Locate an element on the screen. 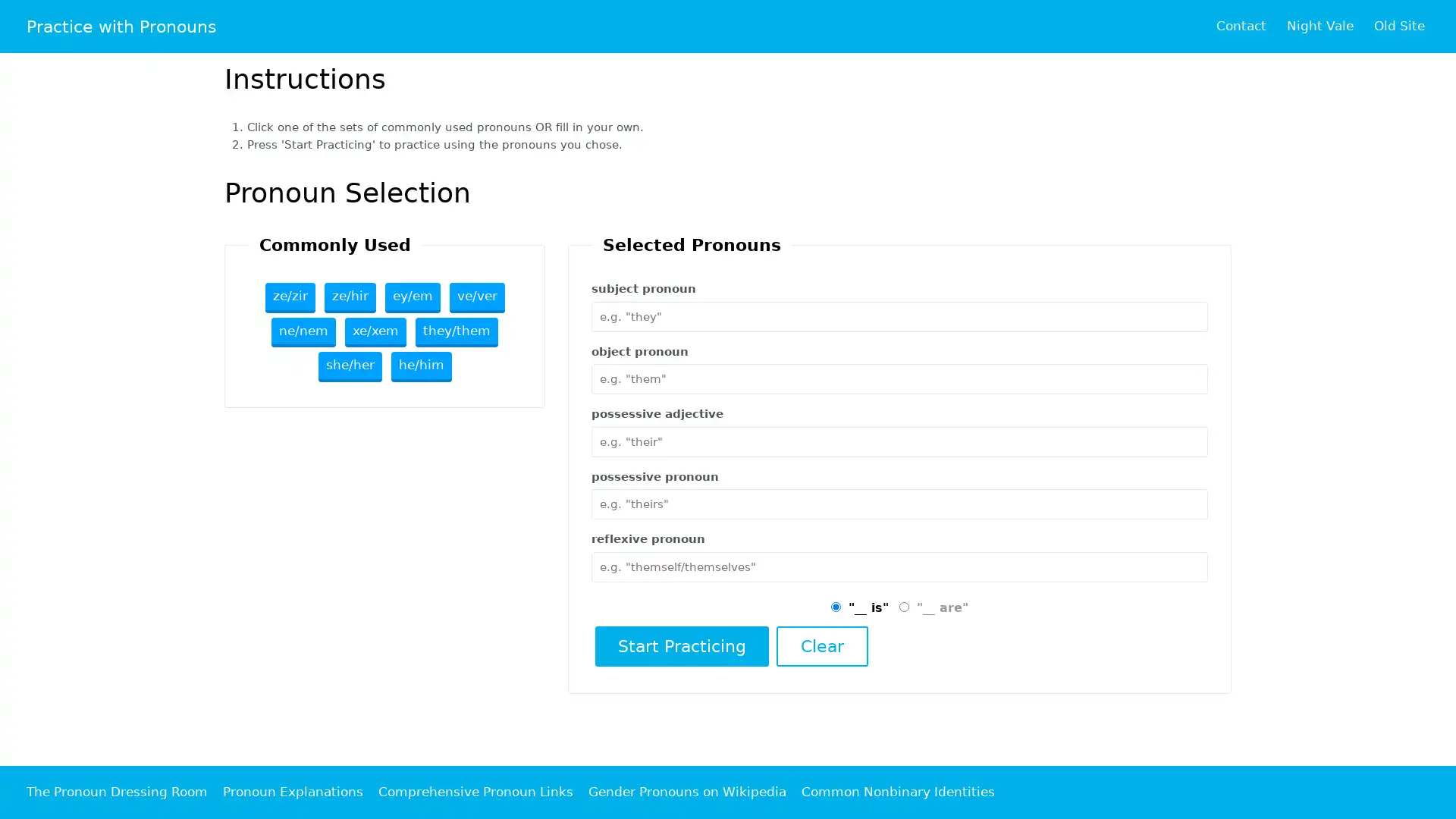 The width and height of the screenshot is (1456, 819). she/her is located at coordinates (348, 366).